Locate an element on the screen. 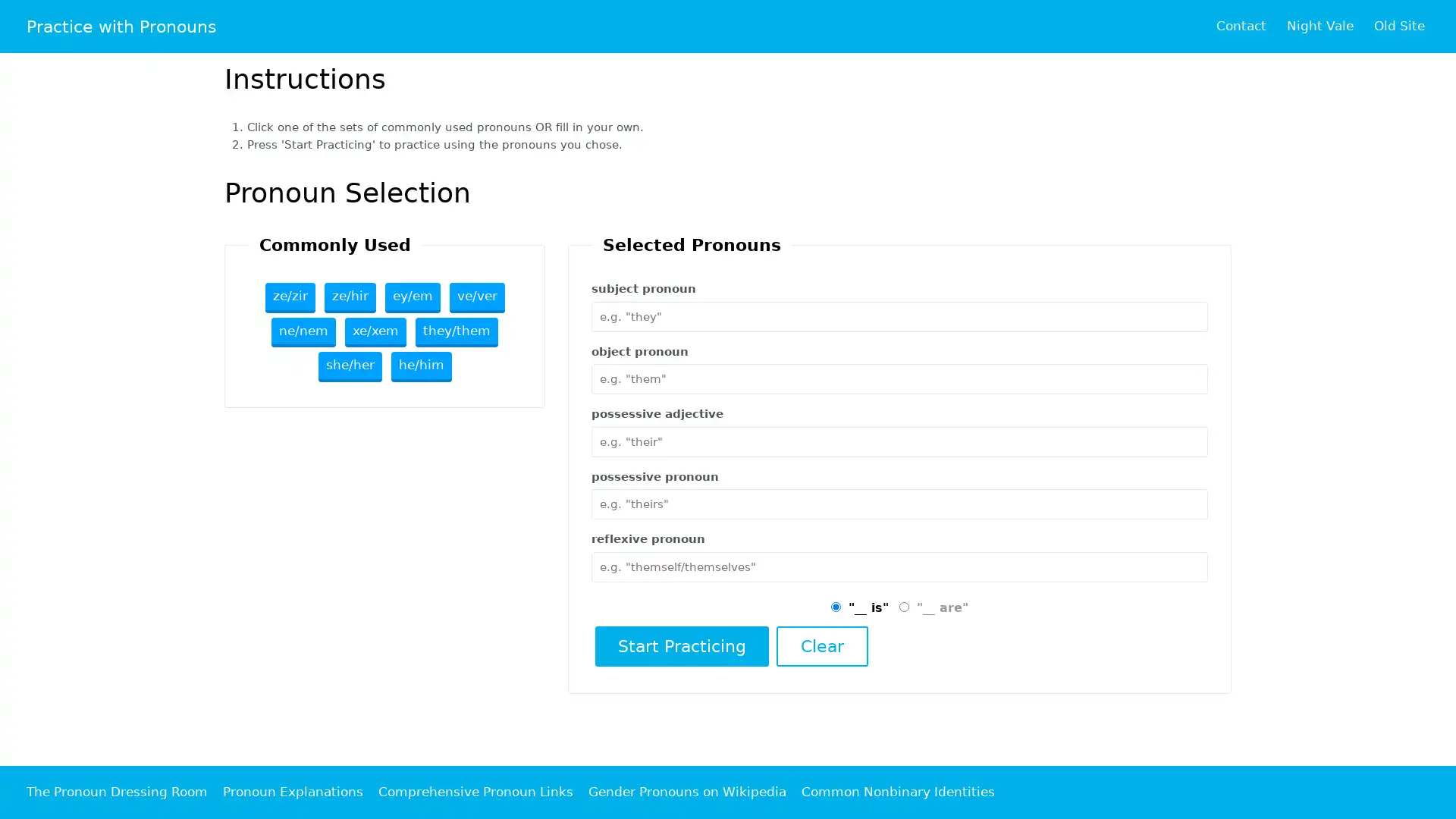 The width and height of the screenshot is (1456, 819). she/her is located at coordinates (348, 366).